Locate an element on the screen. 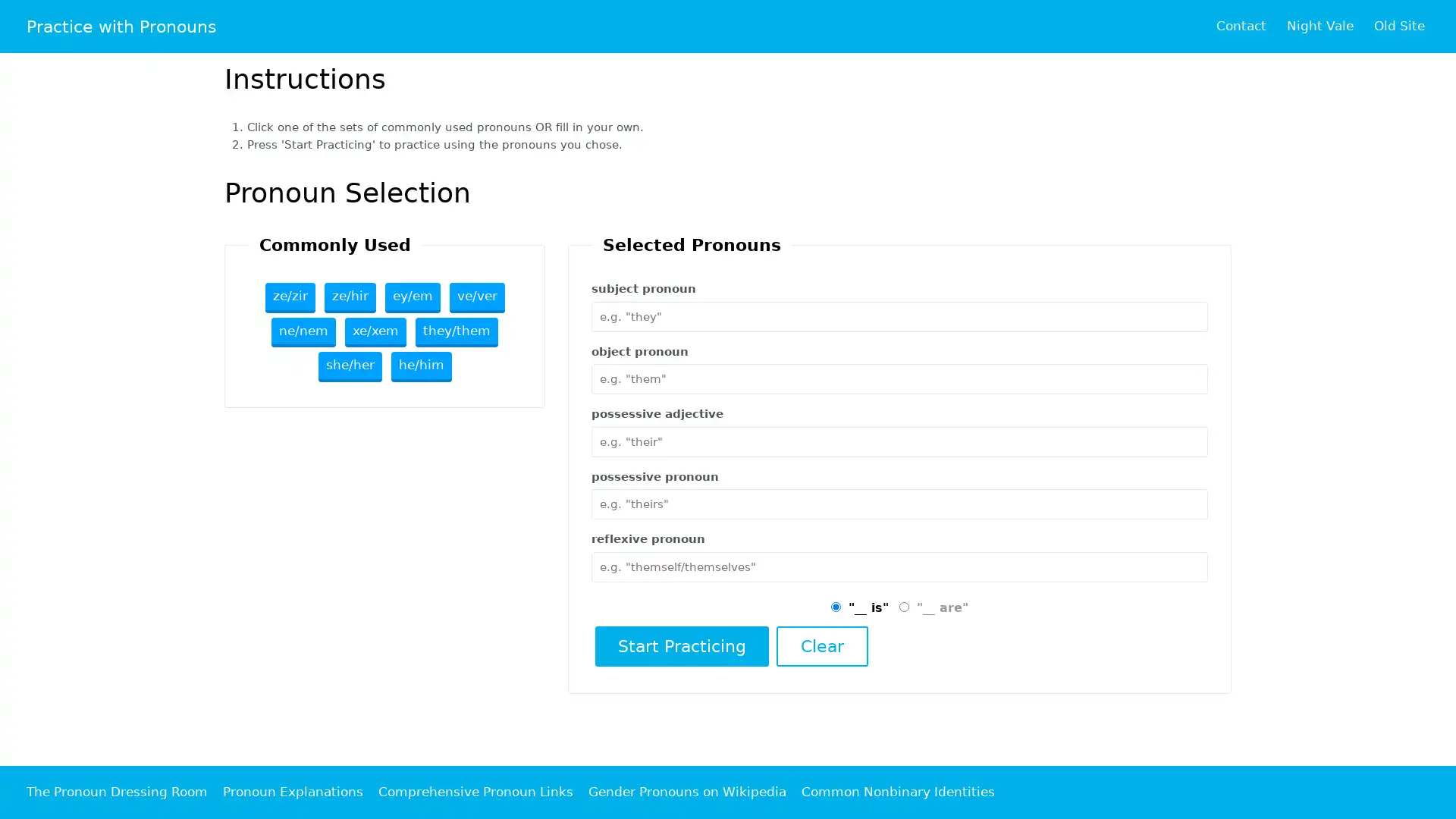 The width and height of the screenshot is (1456, 819). she/her is located at coordinates (348, 366).